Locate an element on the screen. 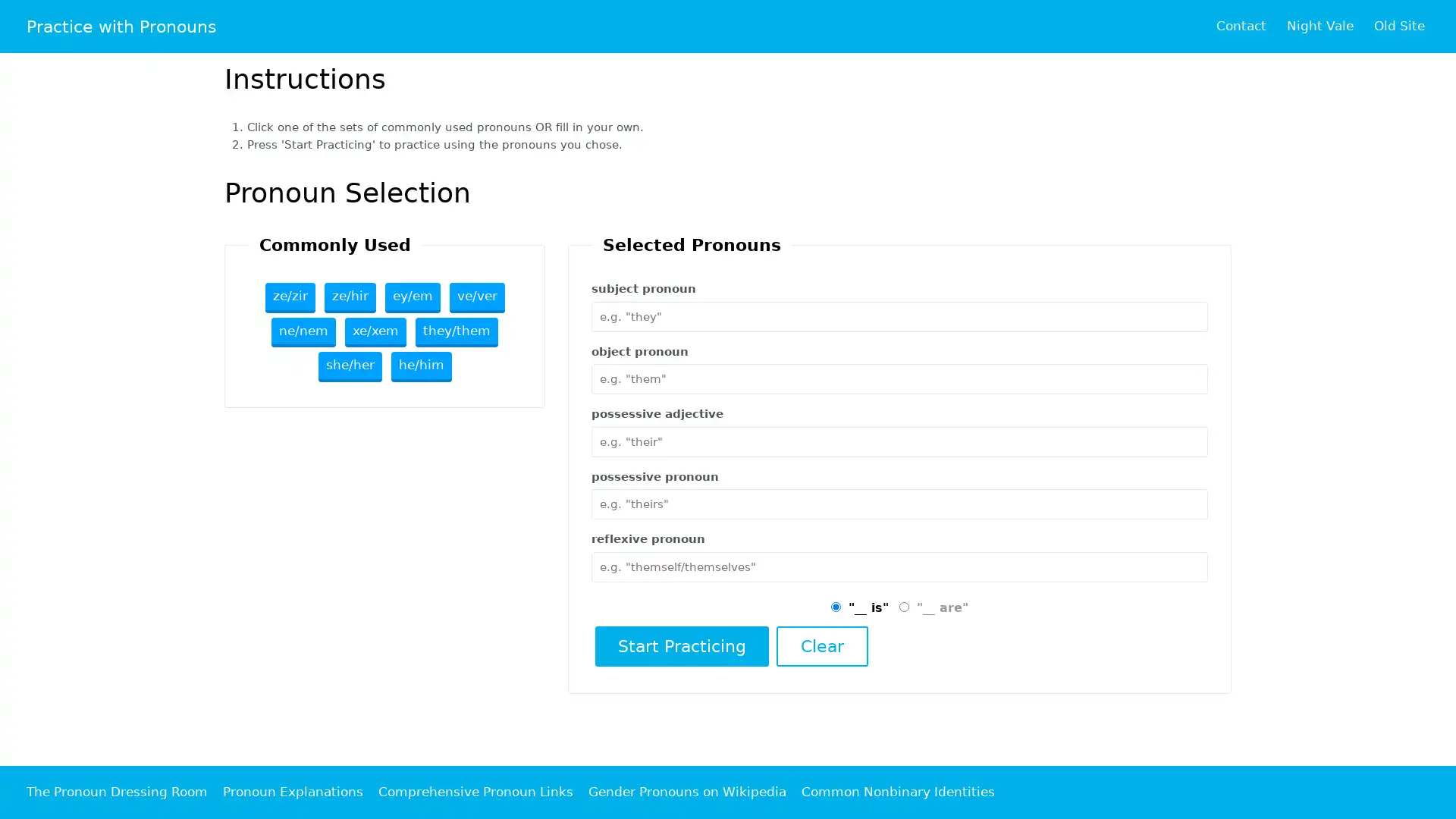 The width and height of the screenshot is (1456, 819). she/her is located at coordinates (348, 366).